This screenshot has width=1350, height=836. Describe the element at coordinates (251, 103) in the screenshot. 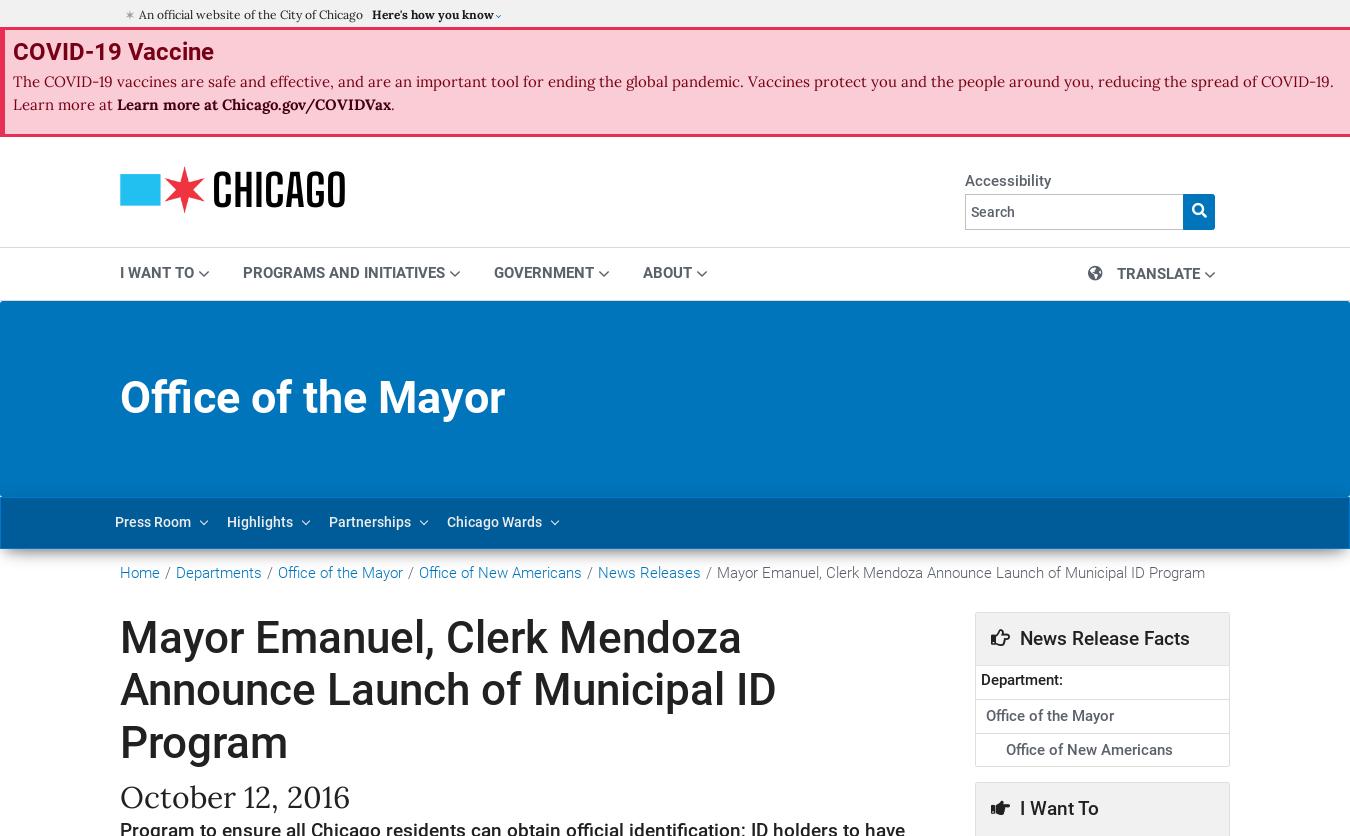

I see `'Learn more at Chicago.gov/COVIDVax'` at that location.